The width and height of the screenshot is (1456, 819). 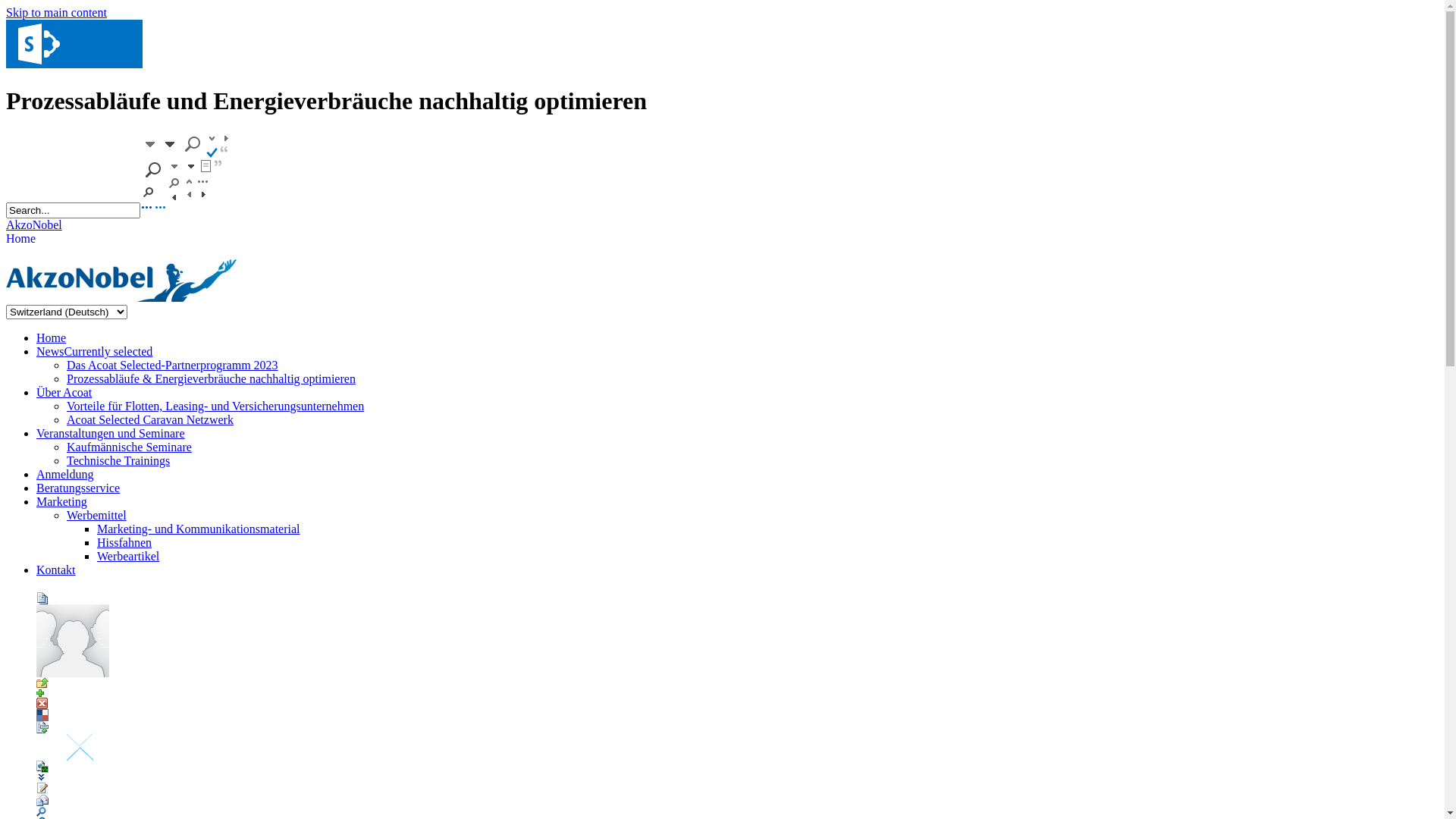 What do you see at coordinates (124, 541) in the screenshot?
I see `'Hissfahnen'` at bounding box center [124, 541].